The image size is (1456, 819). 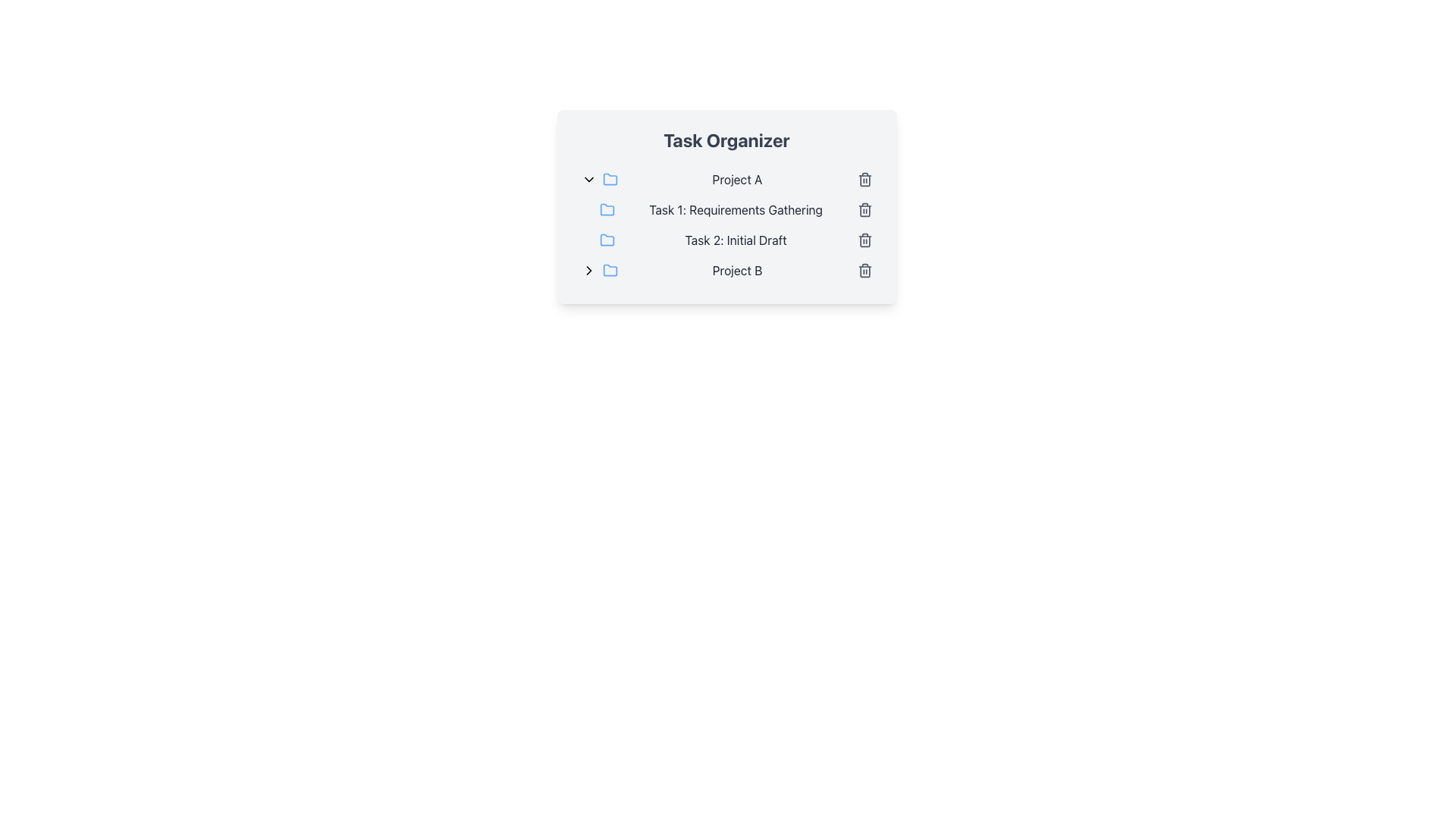 I want to click on the delete icon button located in the bottom right corner of the row for 'Project B', so click(x=864, y=270).